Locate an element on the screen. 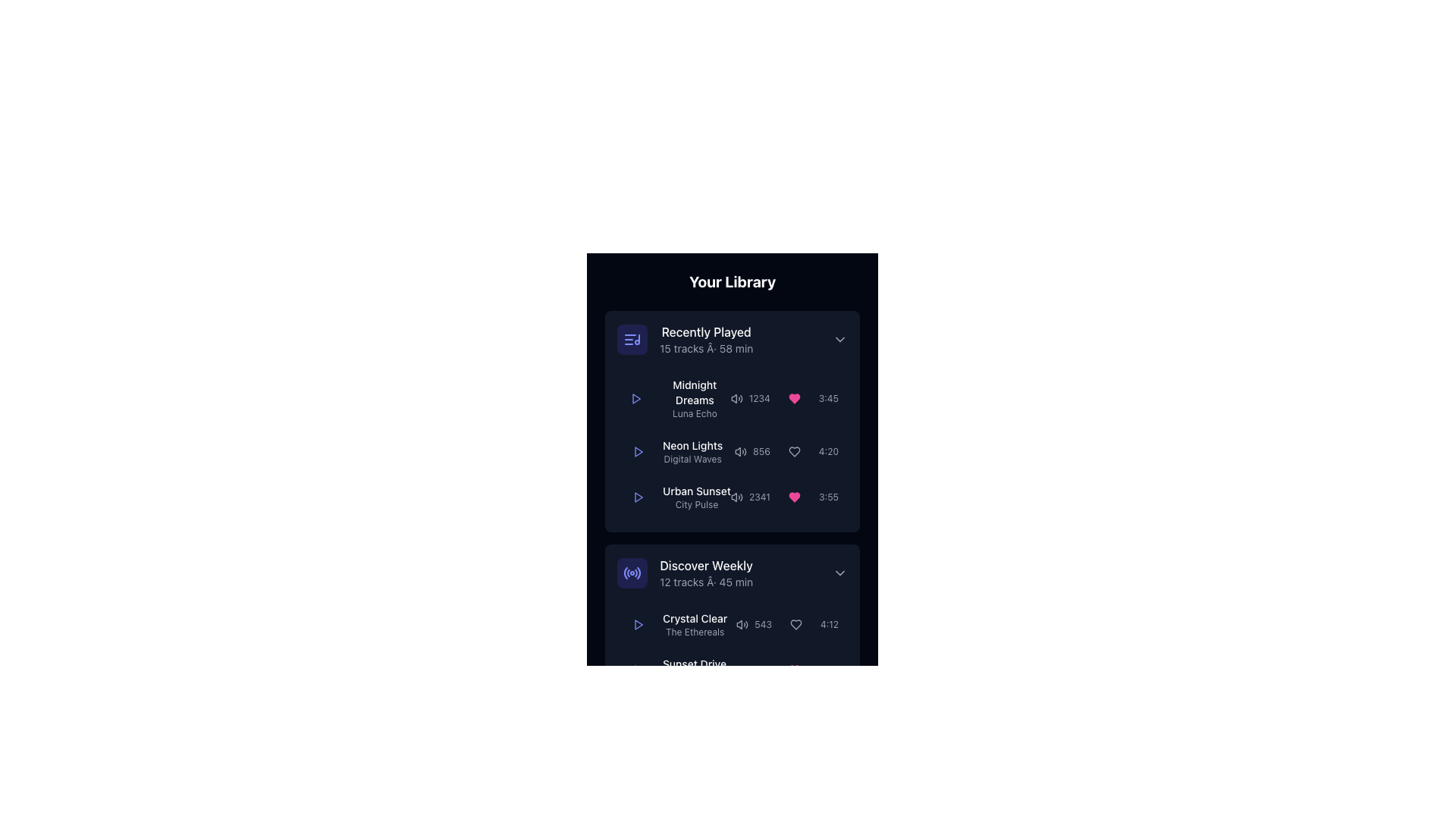 This screenshot has height=819, width=1456. the heart icon used to mark the track 'Neon Lights' as a favorite in the 'Recently Played' list is located at coordinates (793, 451).